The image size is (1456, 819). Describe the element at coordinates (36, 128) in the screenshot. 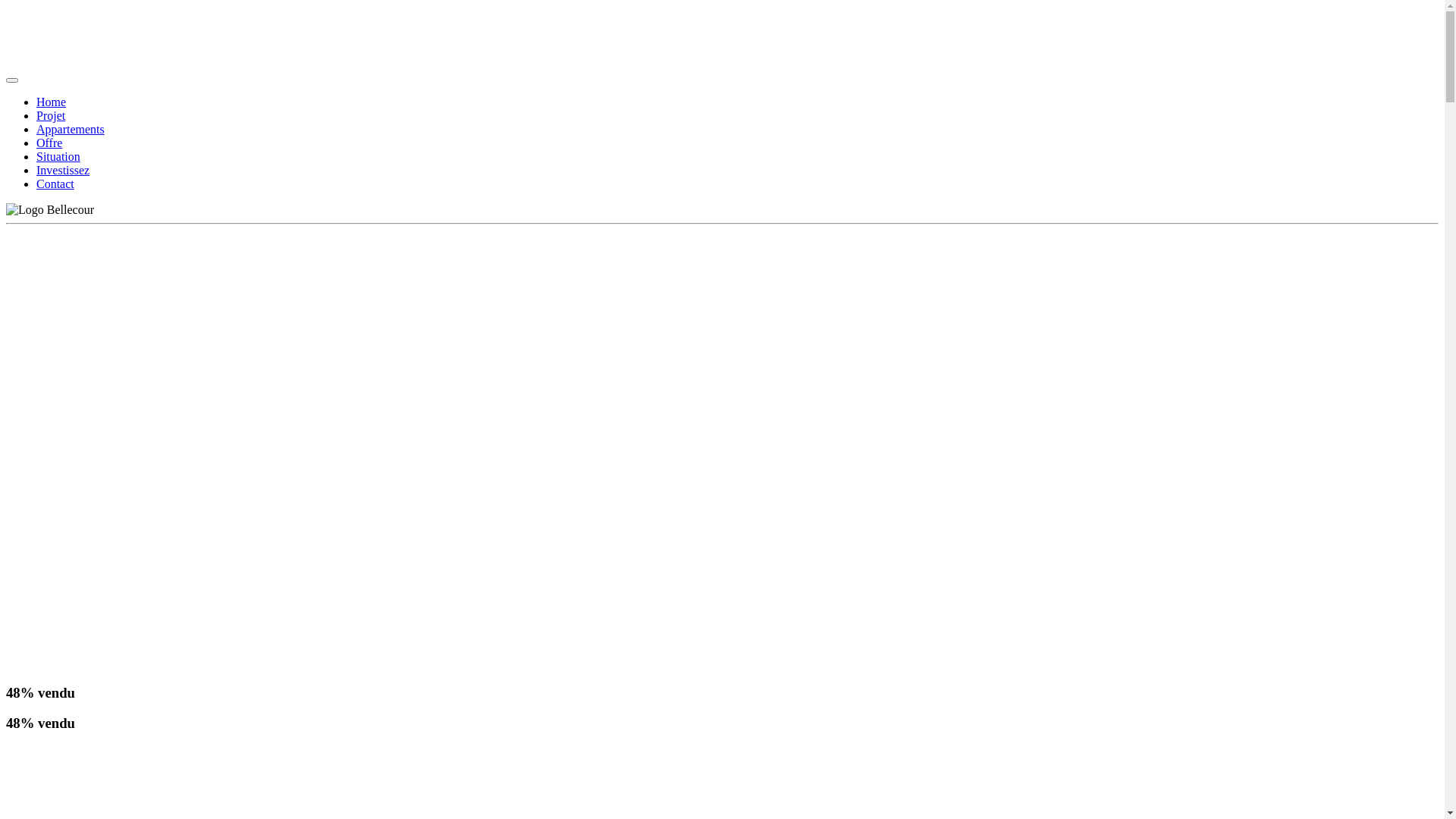

I see `'Appartements'` at that location.